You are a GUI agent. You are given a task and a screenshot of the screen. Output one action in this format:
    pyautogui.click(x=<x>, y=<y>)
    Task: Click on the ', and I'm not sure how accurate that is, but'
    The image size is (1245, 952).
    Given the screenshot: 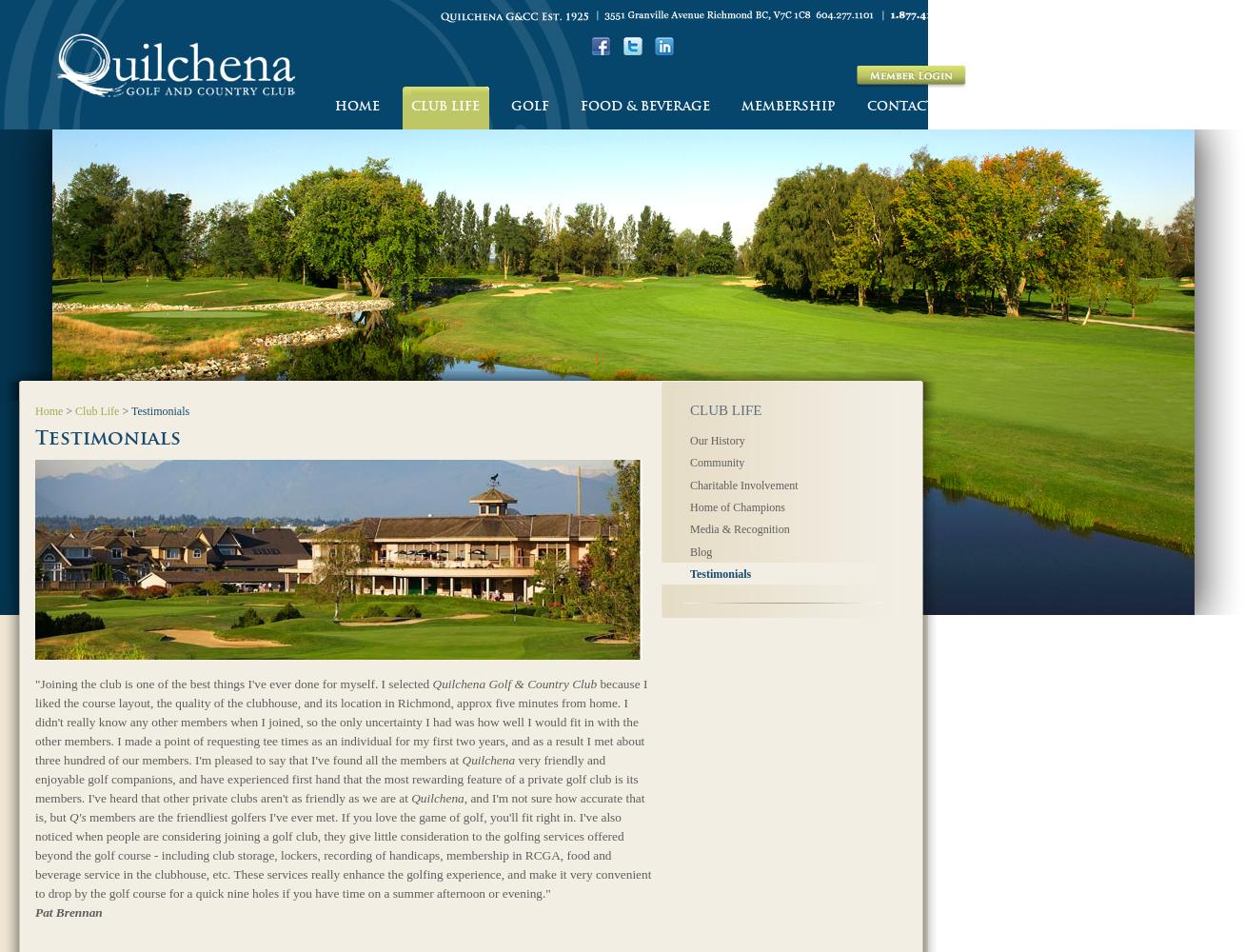 What is the action you would take?
    pyautogui.click(x=339, y=805)
    